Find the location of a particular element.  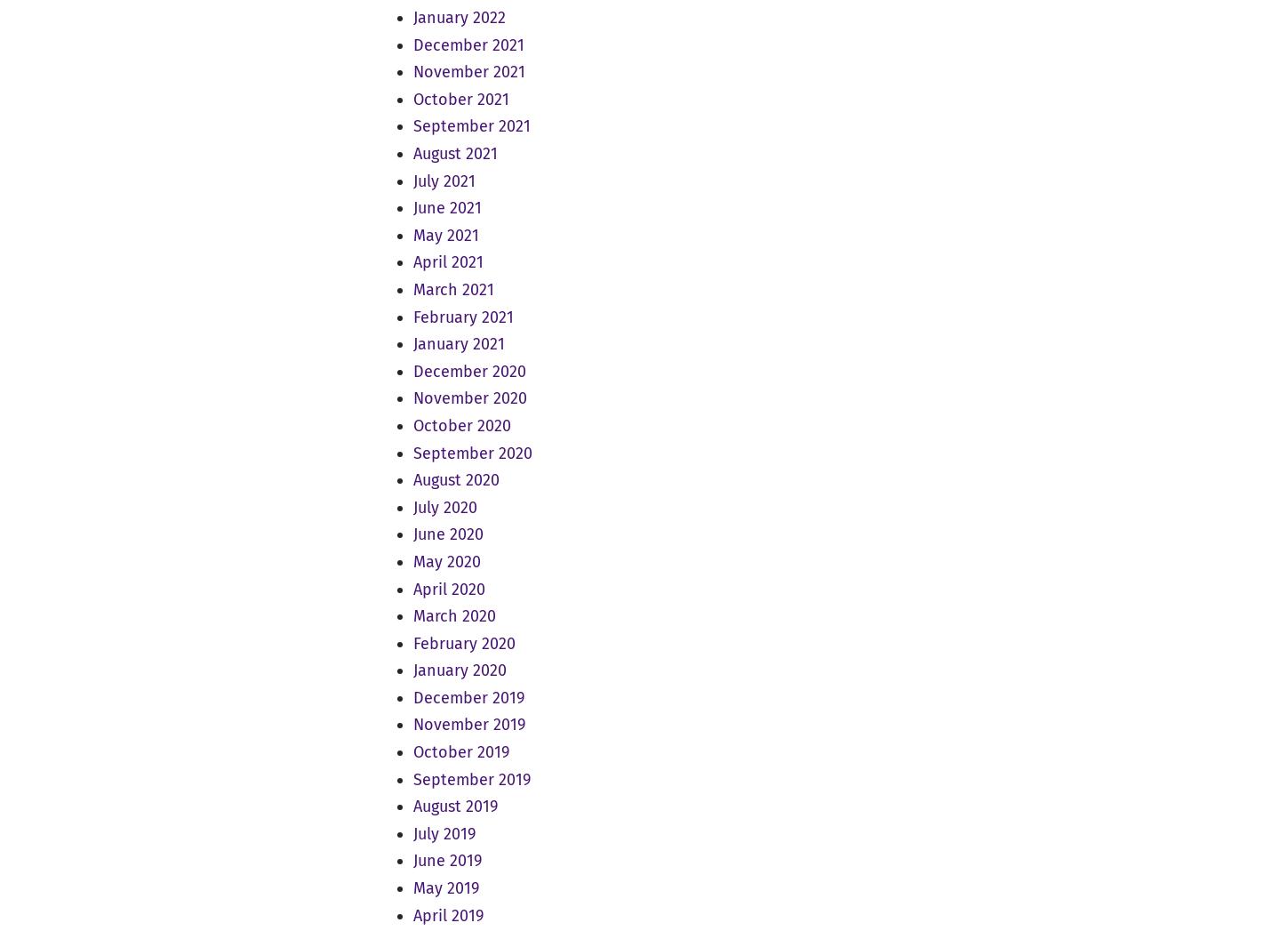

'January 2020' is located at coordinates (412, 670).